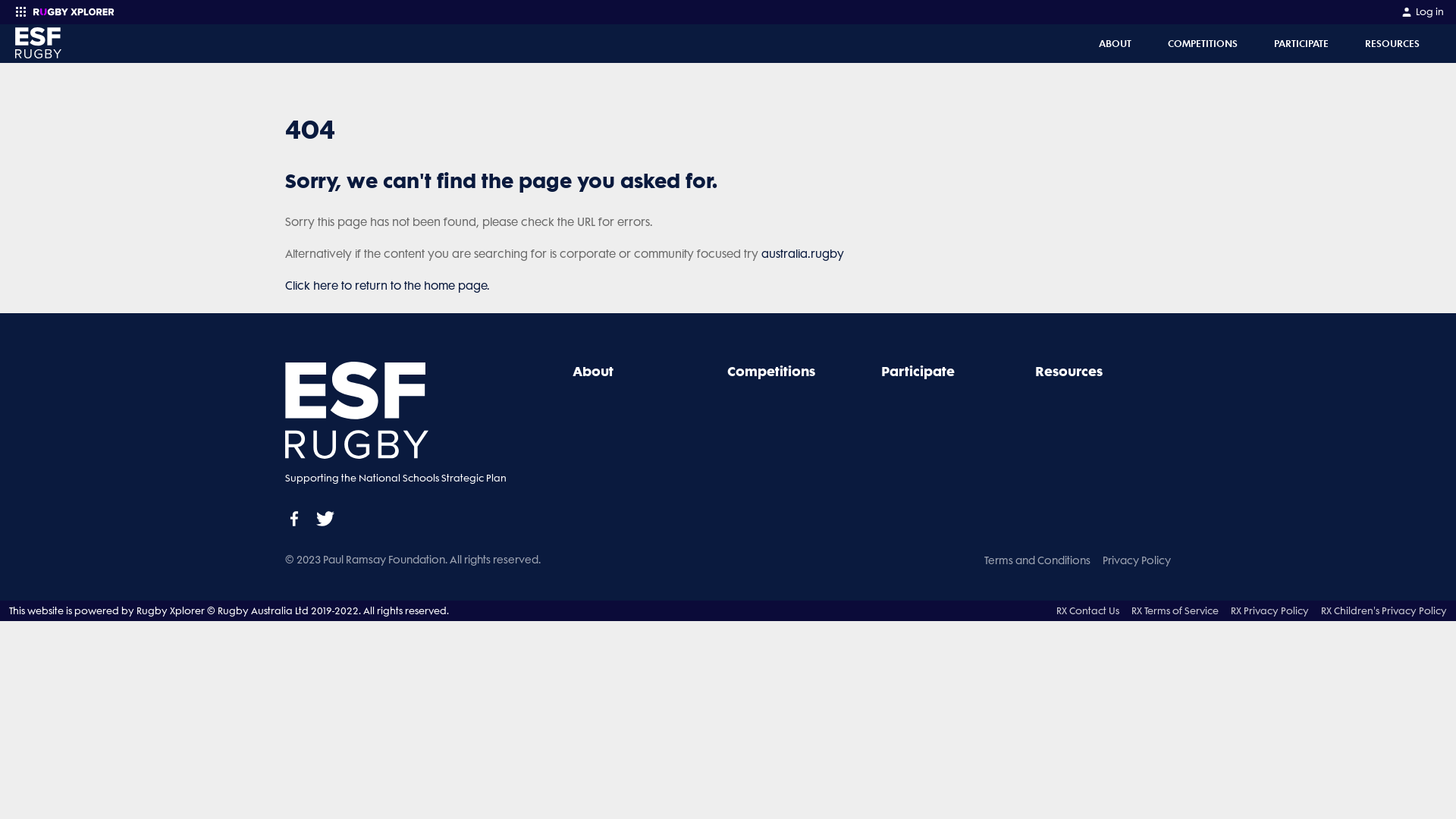 The image size is (1456, 819). Describe the element at coordinates (1269, 610) in the screenshot. I see `'RX Privacy Policy'` at that location.